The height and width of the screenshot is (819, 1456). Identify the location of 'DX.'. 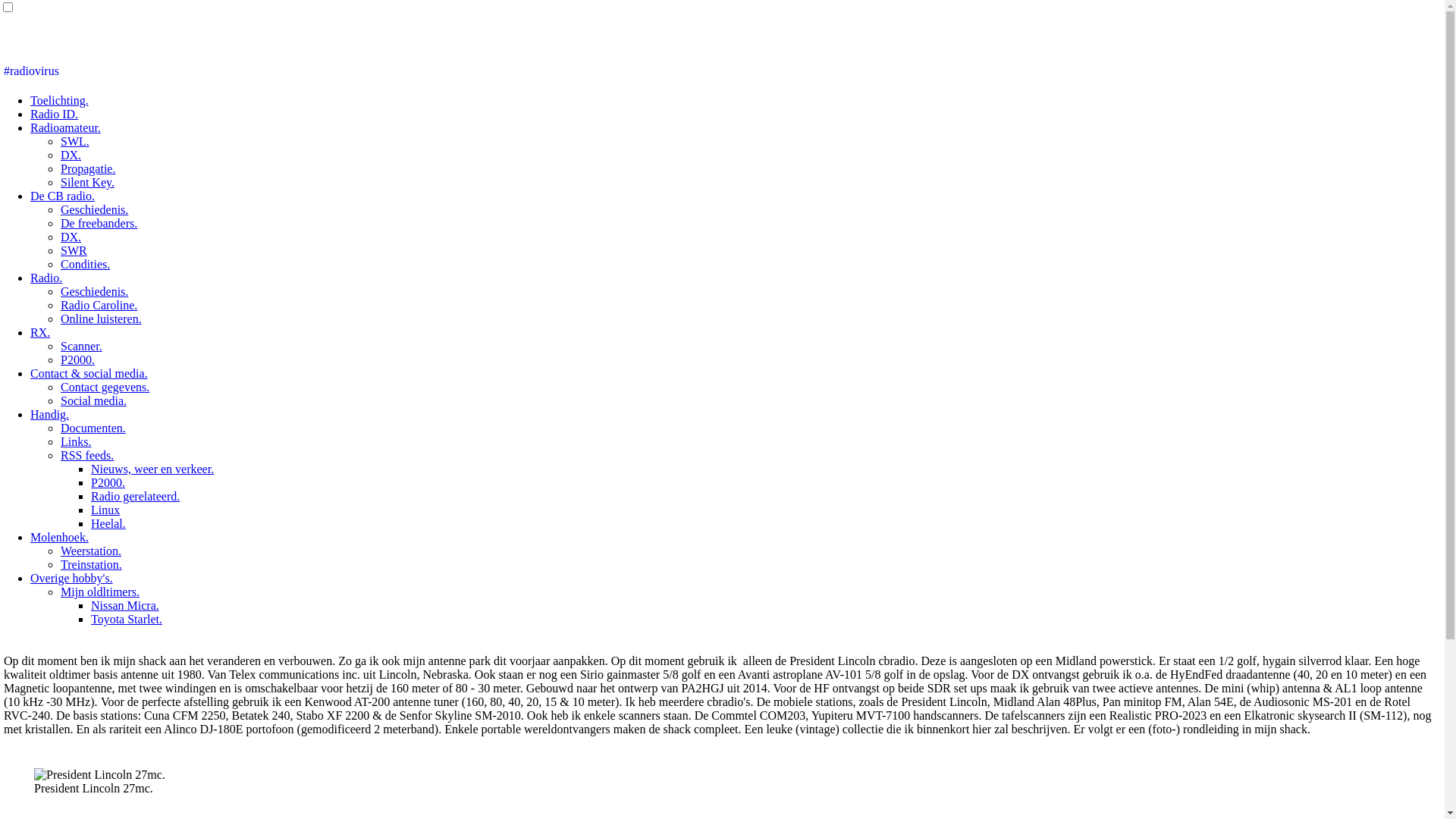
(70, 237).